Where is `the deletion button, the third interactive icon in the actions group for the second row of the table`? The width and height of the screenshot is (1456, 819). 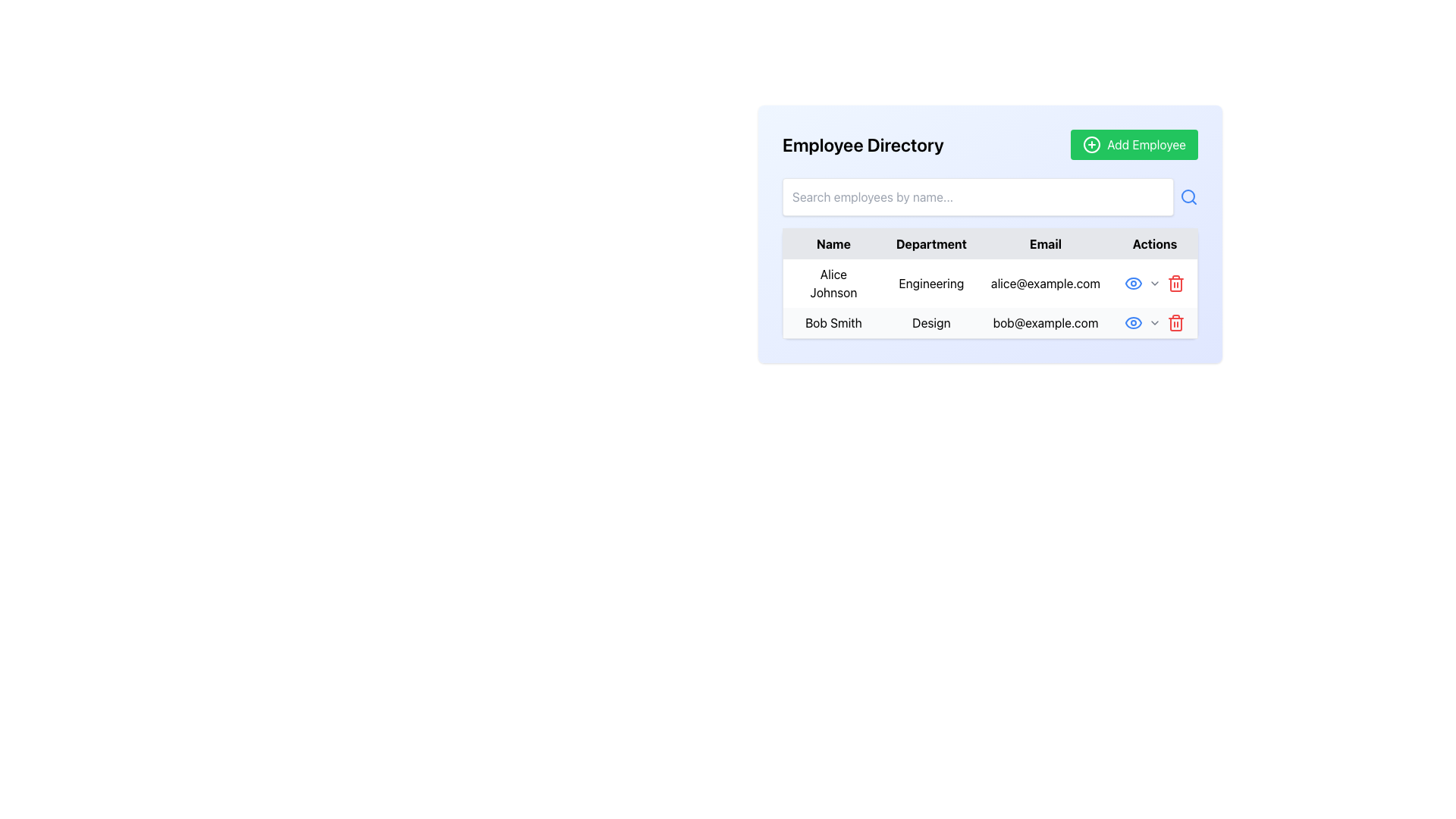 the deletion button, the third interactive icon in the actions group for the second row of the table is located at coordinates (1175, 322).